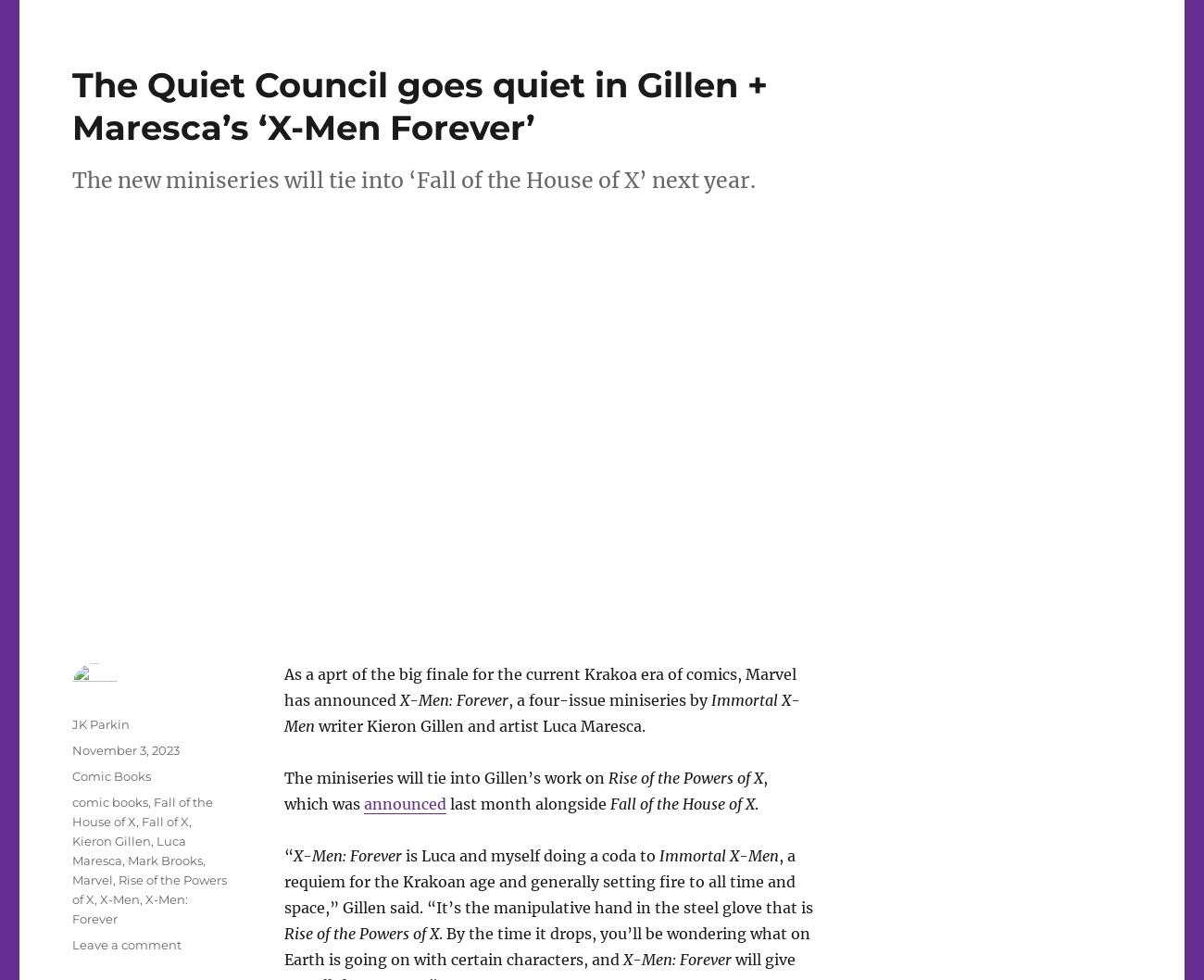  I want to click on 'announced', so click(403, 802).